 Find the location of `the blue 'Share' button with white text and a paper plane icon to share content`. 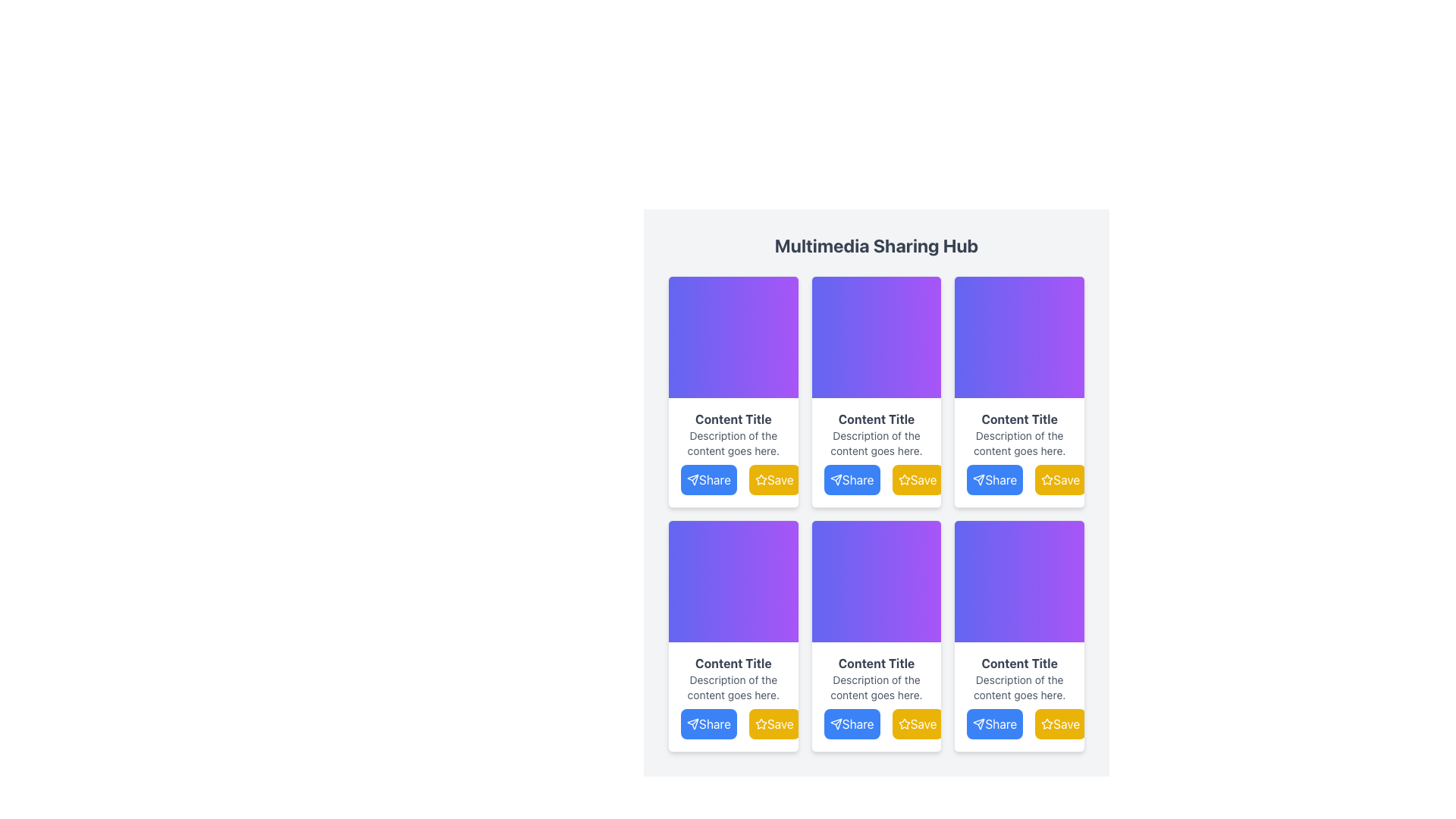

the blue 'Share' button with white text and a paper plane icon to share content is located at coordinates (852, 479).